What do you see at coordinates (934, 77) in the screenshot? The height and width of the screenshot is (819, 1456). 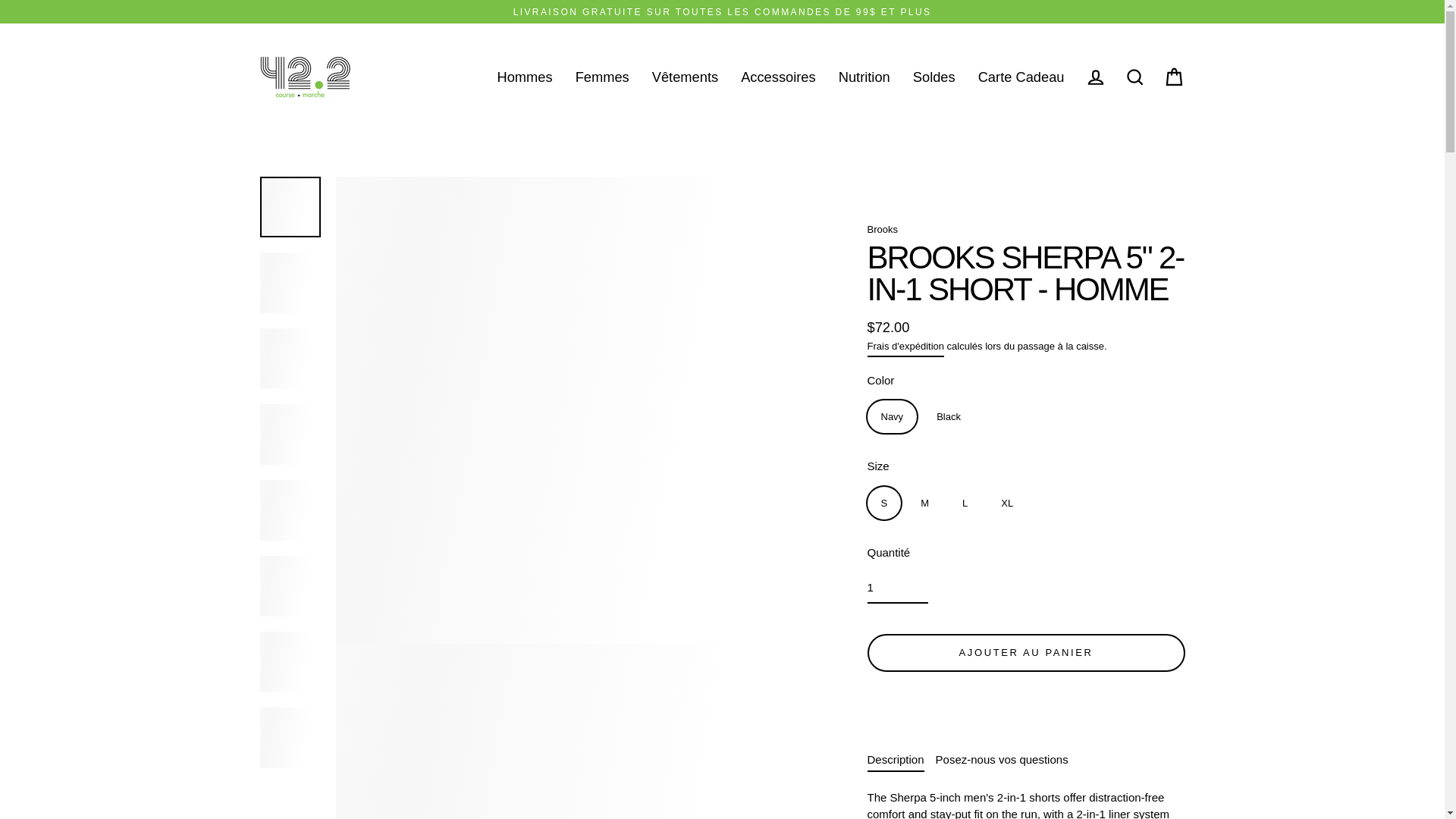 I see `'Soldes'` at bounding box center [934, 77].